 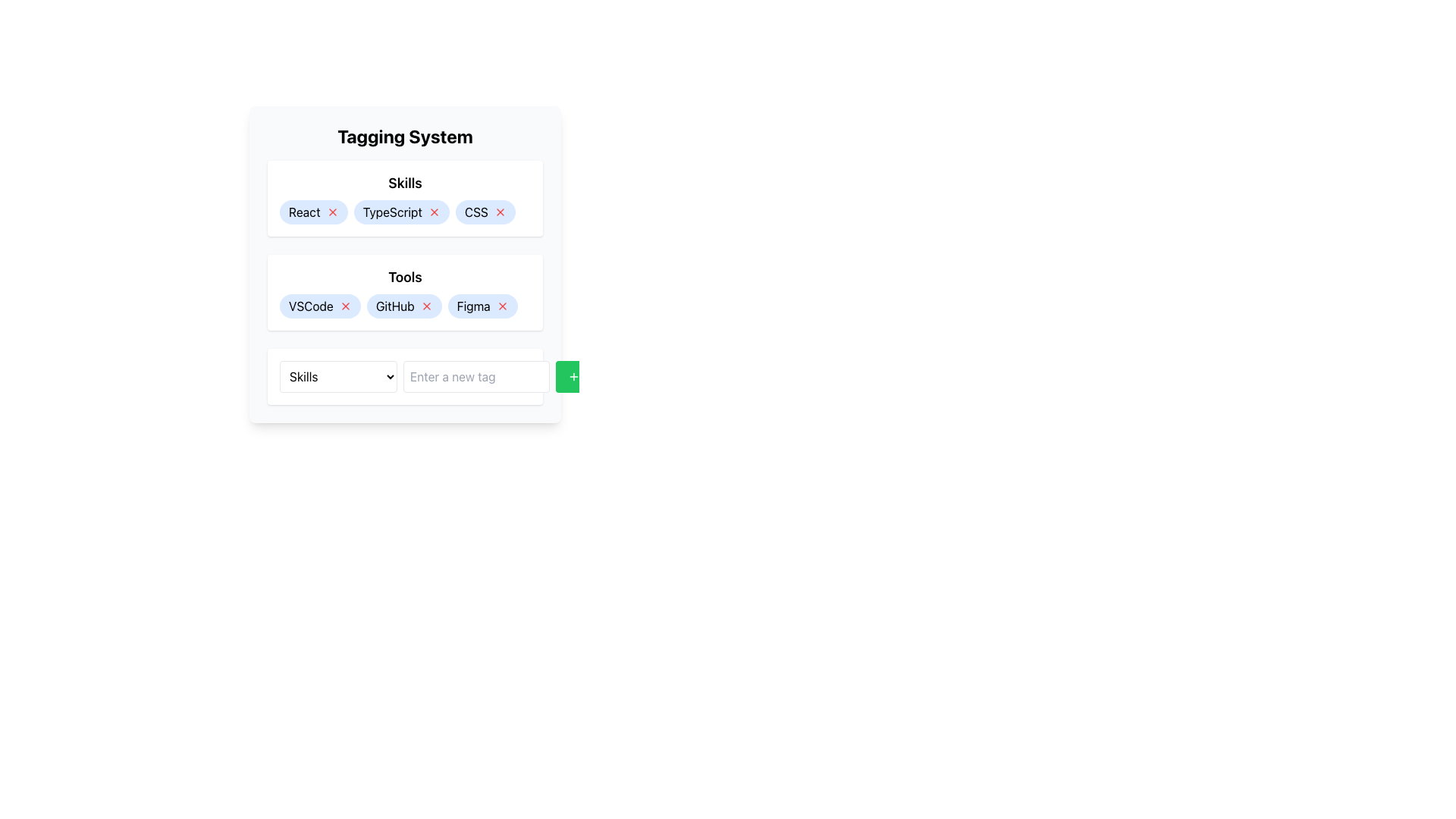 I want to click on the close button located to the right of the 'VSCode' text in the second row of tags under the 'Tools' section, so click(x=344, y=306).